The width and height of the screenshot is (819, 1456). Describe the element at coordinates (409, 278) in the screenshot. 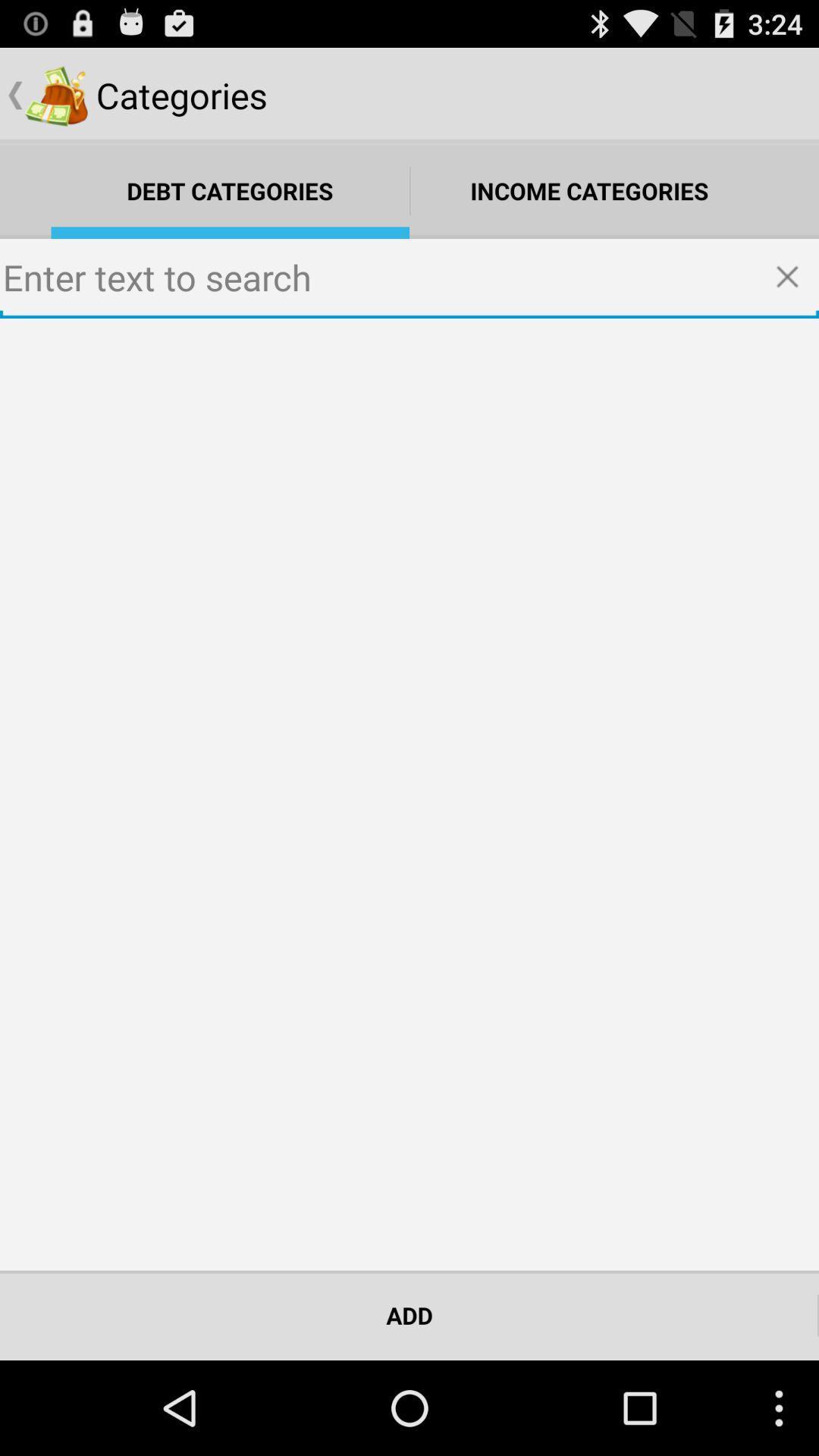

I see `text to search` at that location.